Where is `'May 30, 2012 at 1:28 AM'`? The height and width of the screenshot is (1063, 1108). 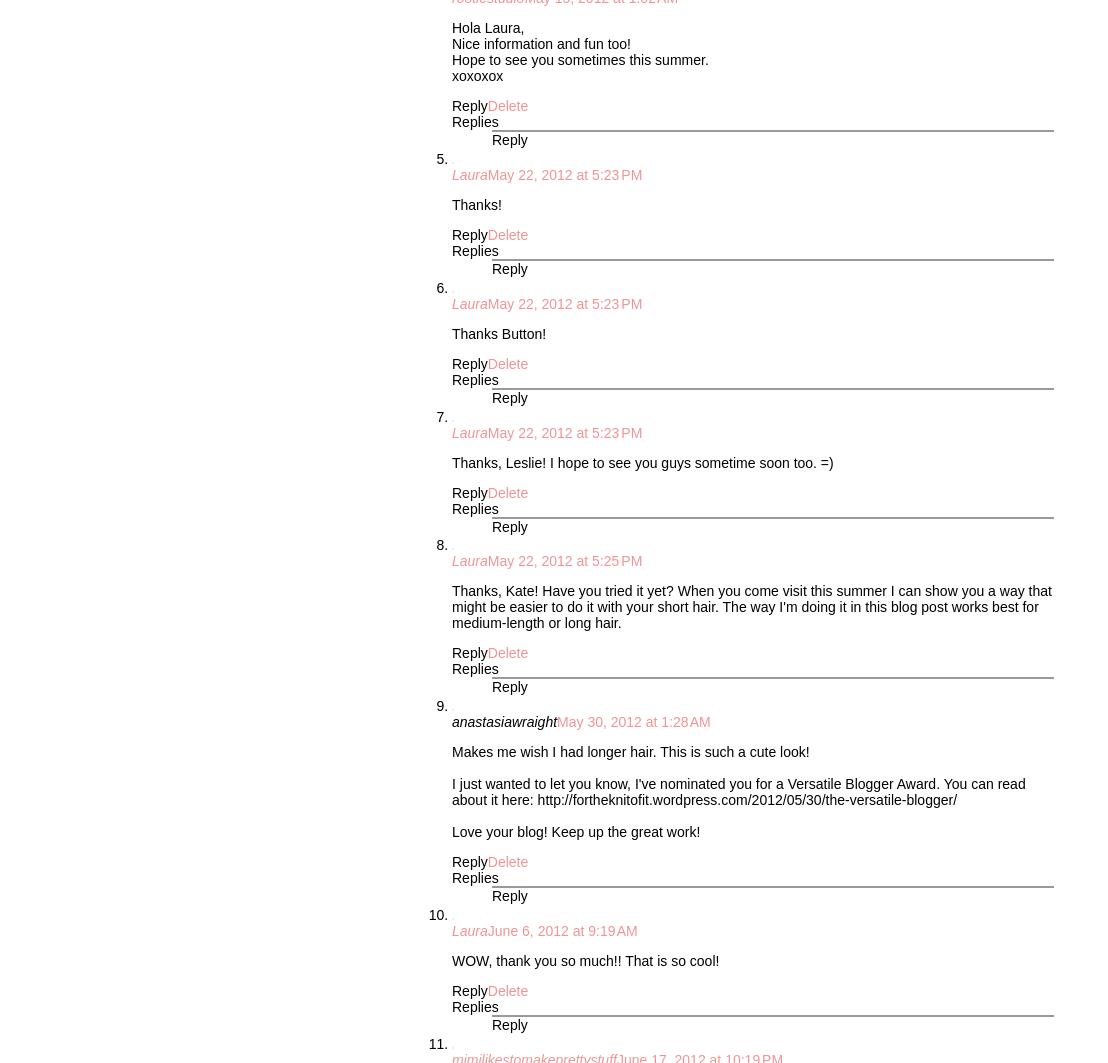
'May 30, 2012 at 1:28 AM' is located at coordinates (632, 720).